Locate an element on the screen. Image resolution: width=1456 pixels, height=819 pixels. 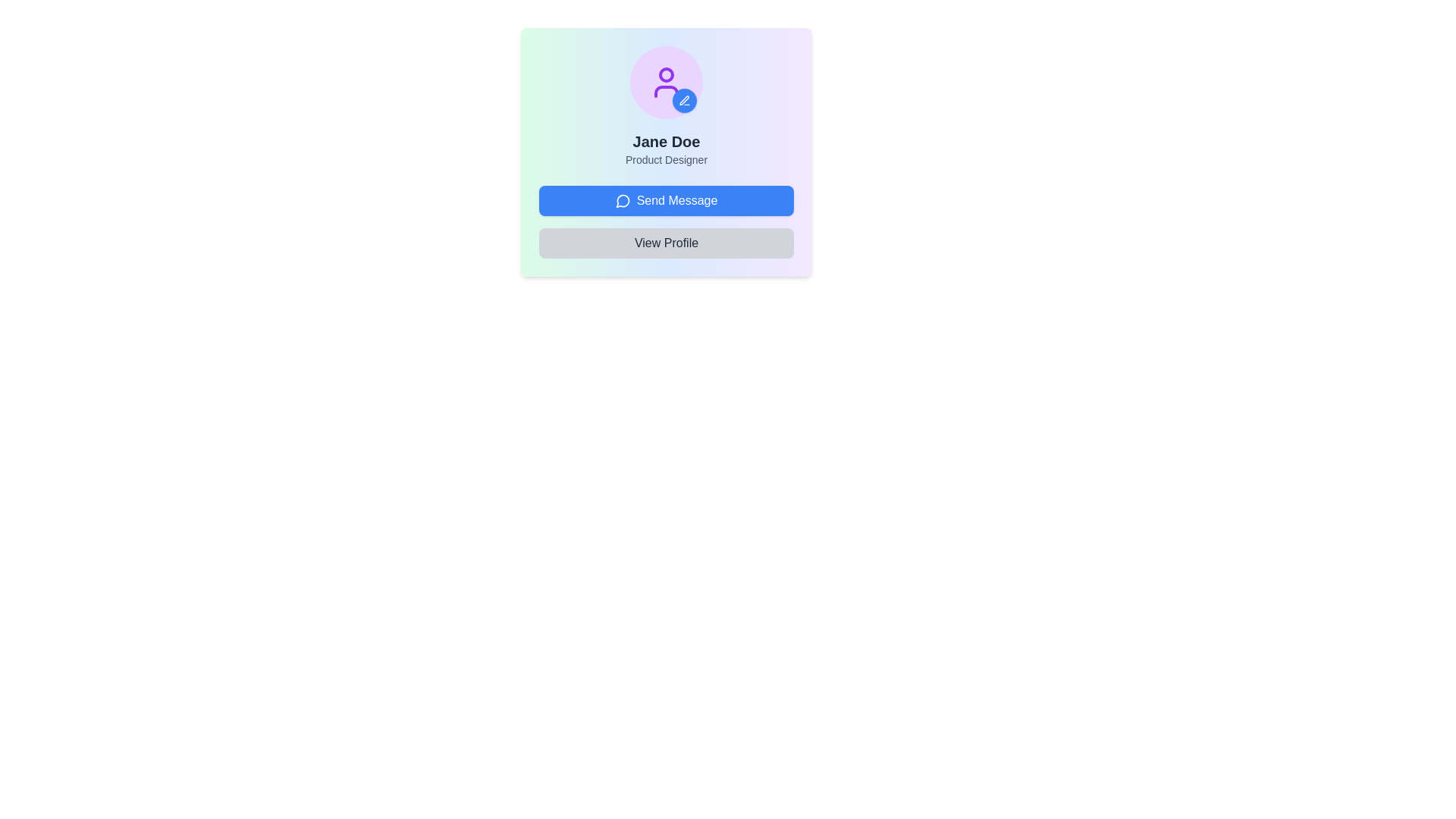
the 'Send Message' button, which is a blue rounded rectangular button with the text in white and a chat bubble icon on the left is located at coordinates (676, 200).